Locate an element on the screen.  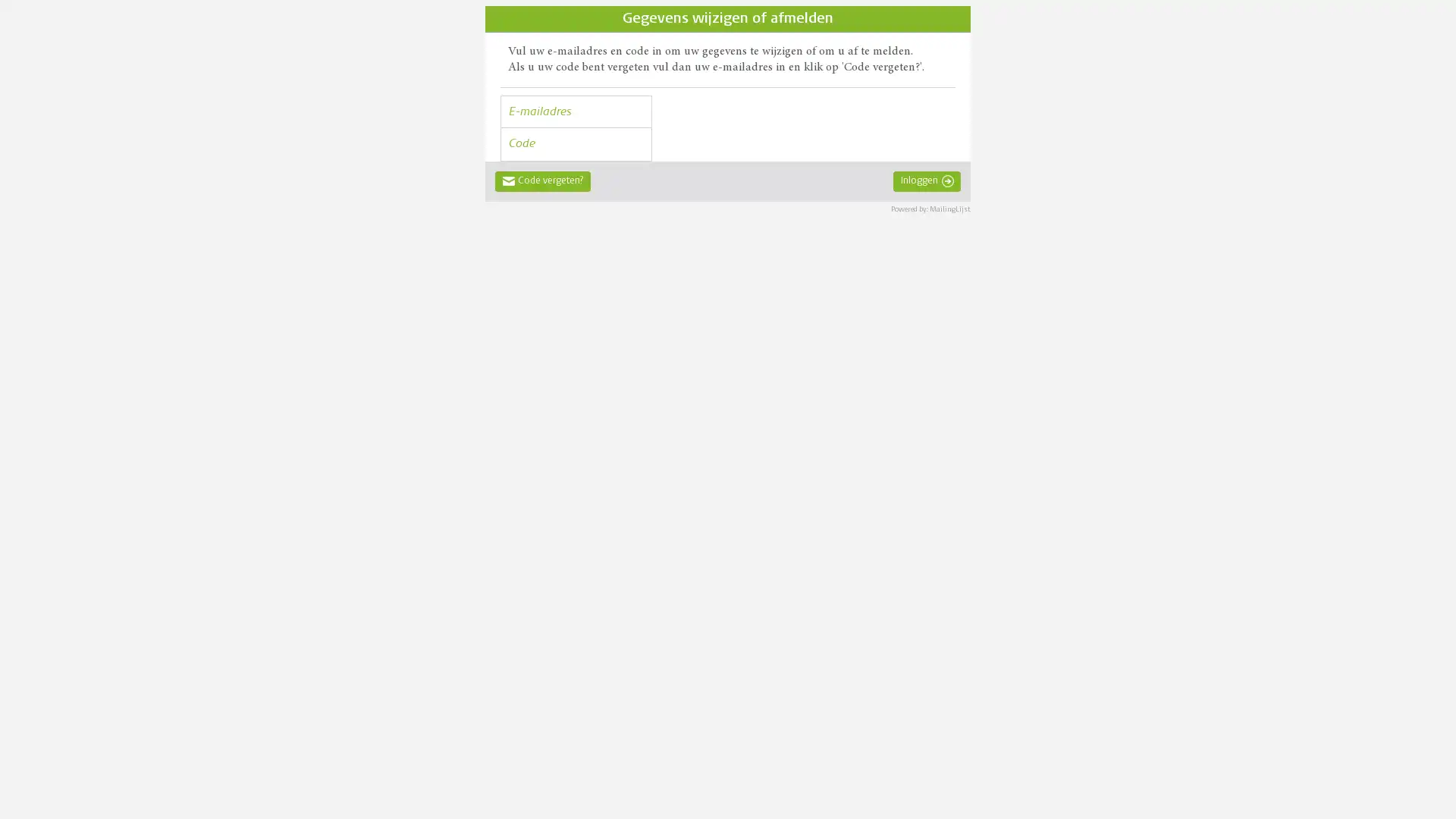
Code vergeten? is located at coordinates (542, 180).